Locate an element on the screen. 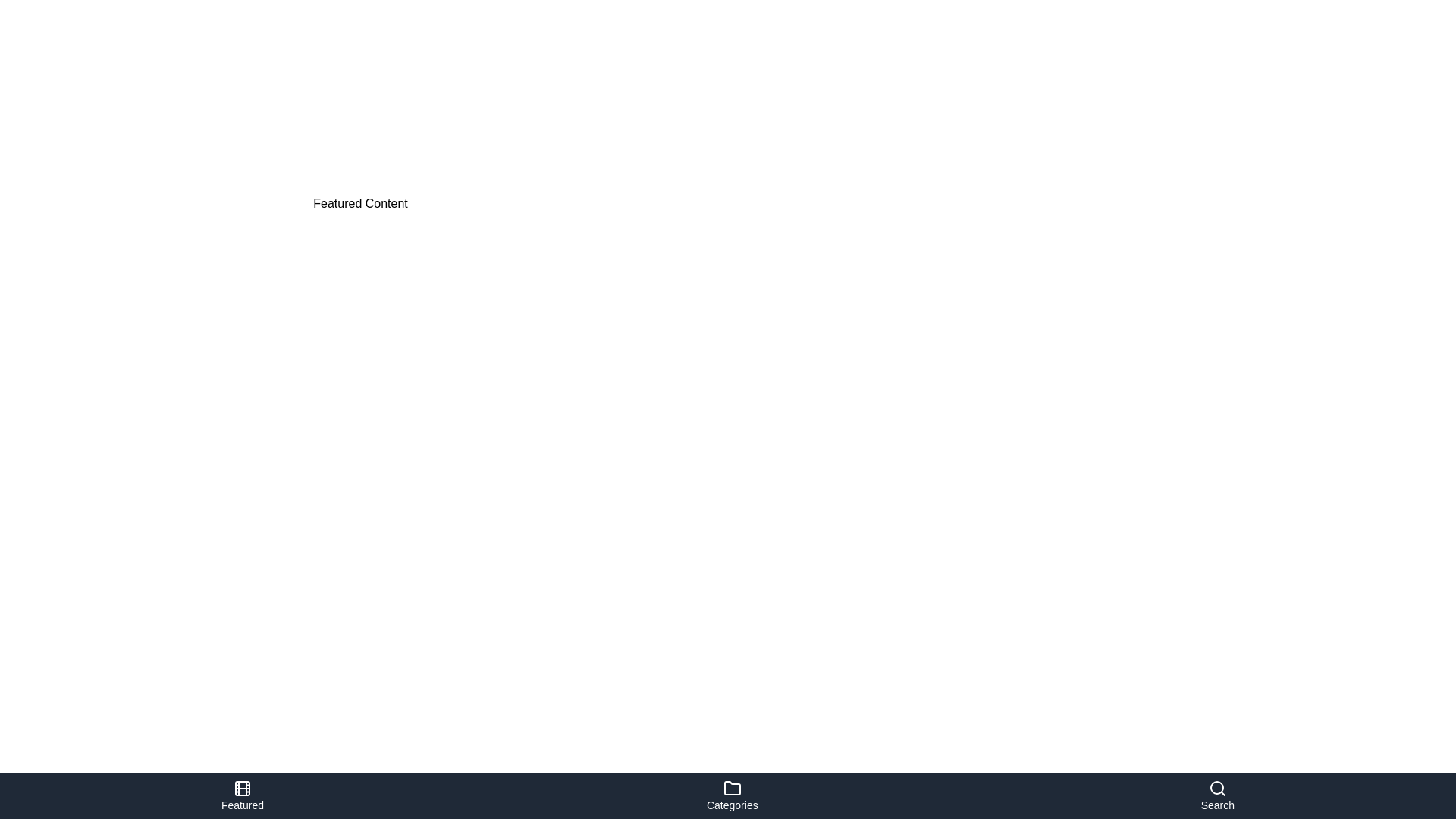  the 'Categories' button with a folder icon located in the center of the bottom navigation bar is located at coordinates (732, 795).